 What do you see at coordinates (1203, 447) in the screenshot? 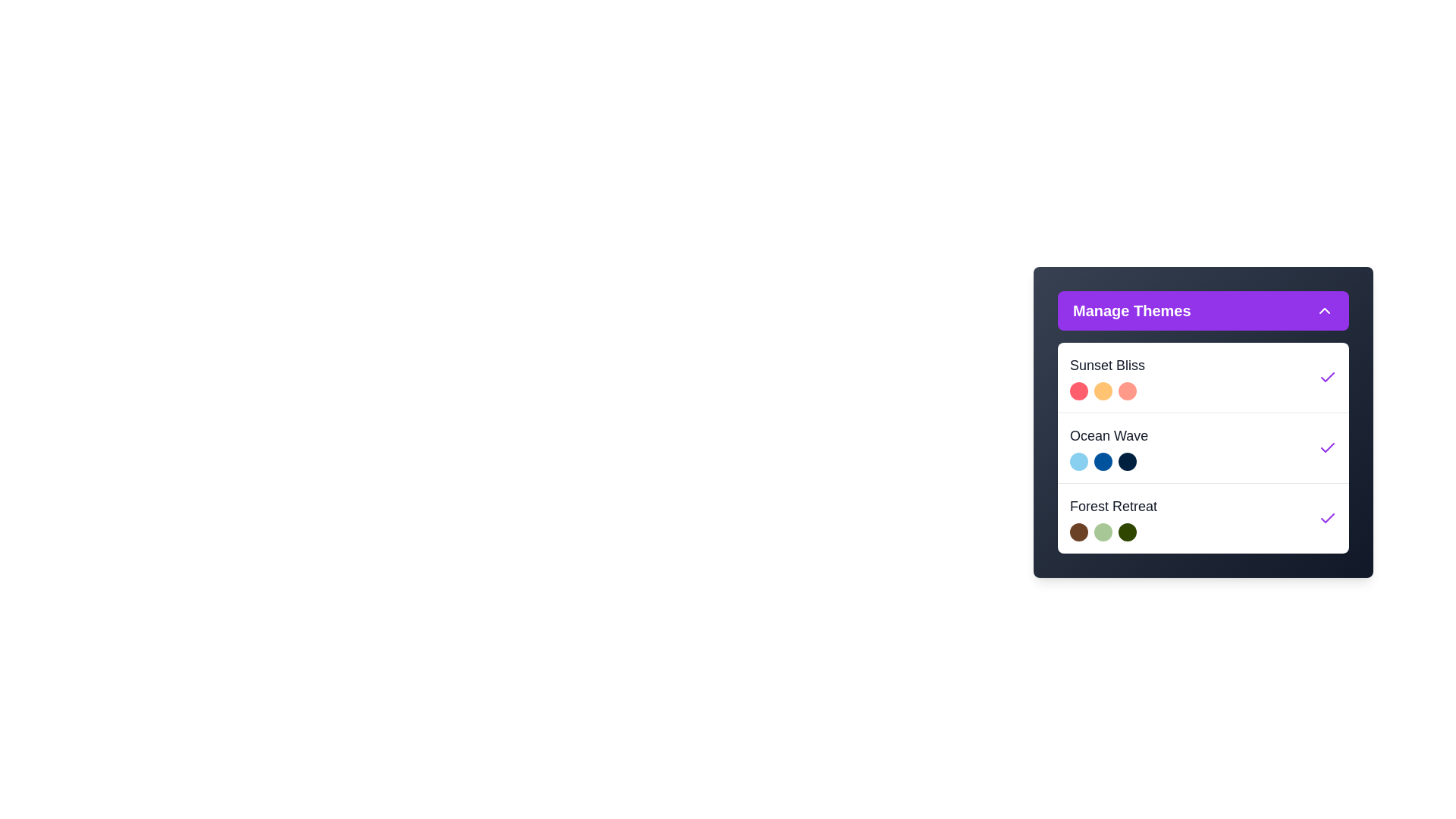
I see `the theme Ocean Wave to highlight it` at bounding box center [1203, 447].